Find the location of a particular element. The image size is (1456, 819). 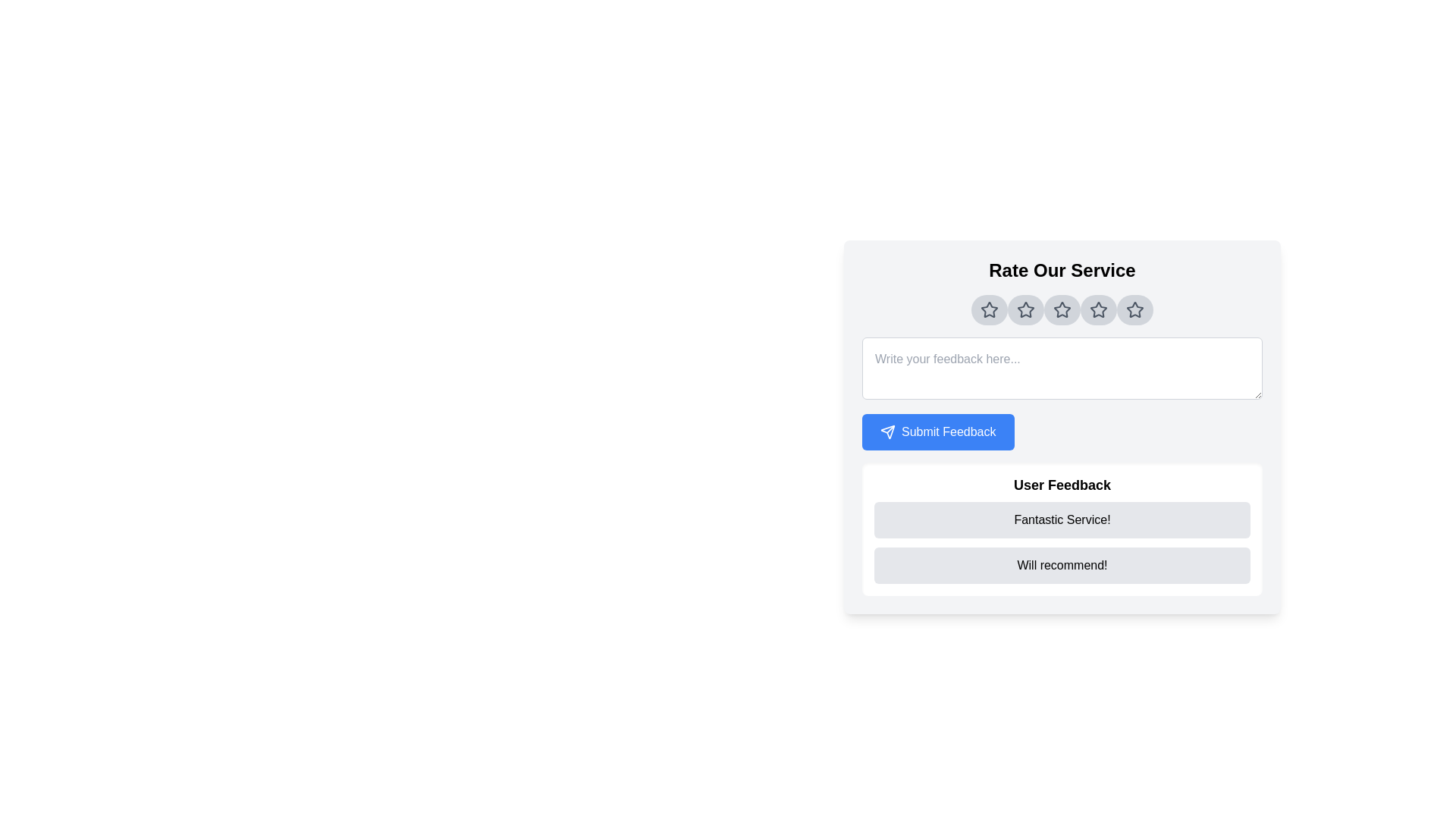

the third star button in the sequence of five, which has a light gray background and a darker gray star icon is located at coordinates (1062, 309).